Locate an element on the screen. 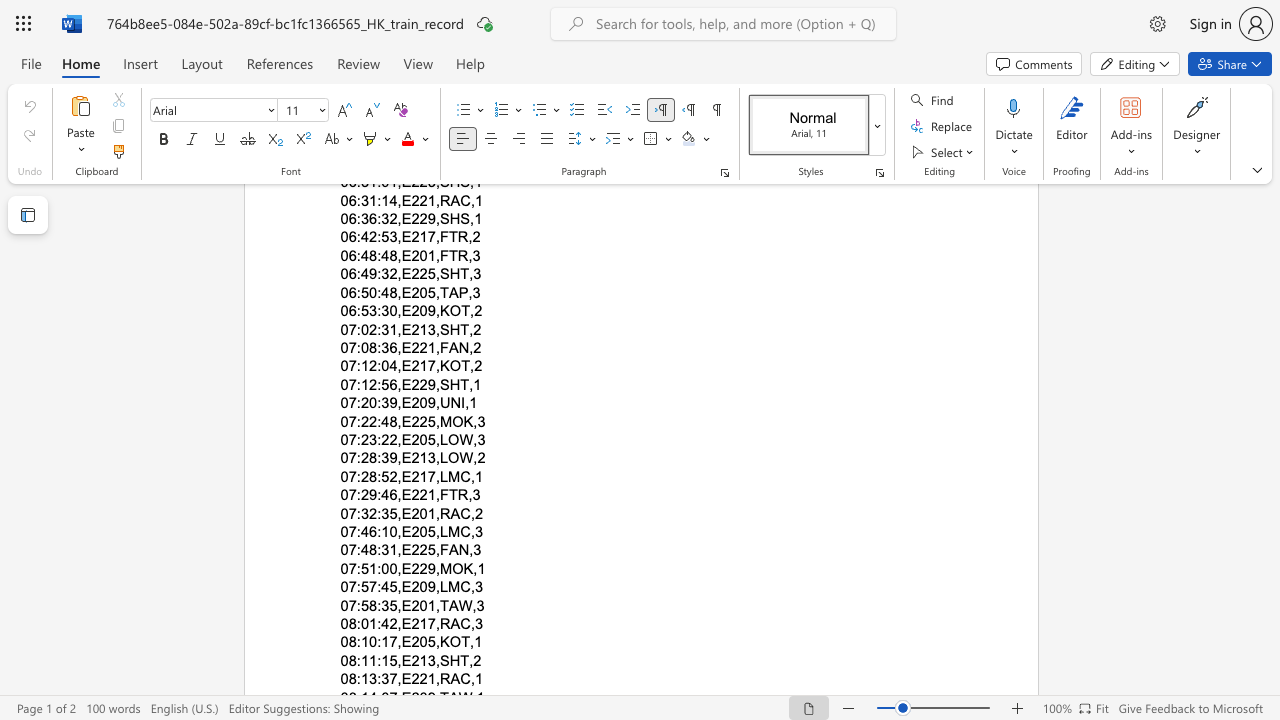 This screenshot has height=720, width=1280. the space between the continuous character "T" and "," in the text is located at coordinates (467, 660).